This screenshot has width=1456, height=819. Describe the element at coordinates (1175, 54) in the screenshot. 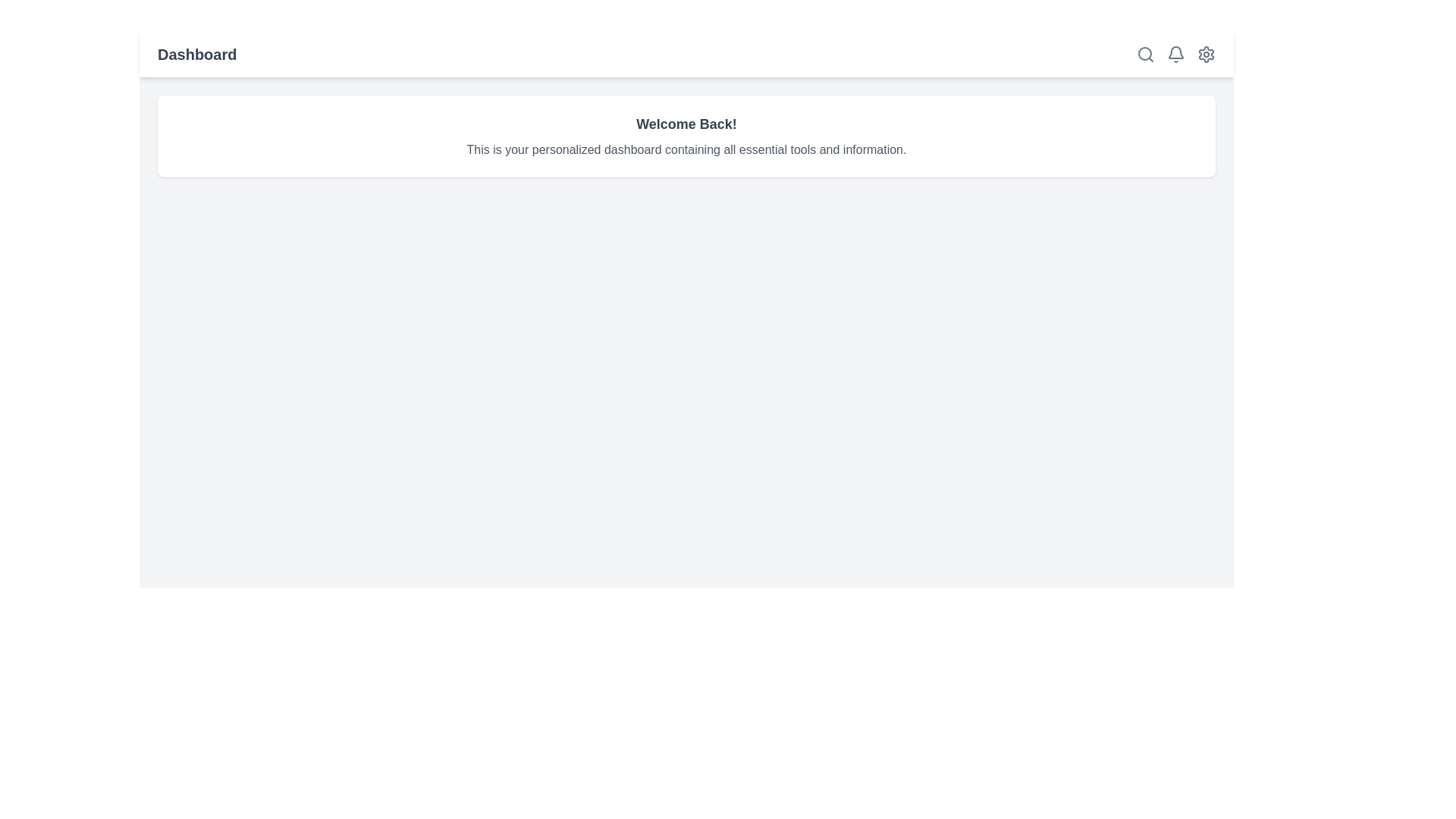

I see `the notifications bell icon, which is the second item in a sequence of three horizontally aligned icons at the far right end of the top navigation bar` at that location.